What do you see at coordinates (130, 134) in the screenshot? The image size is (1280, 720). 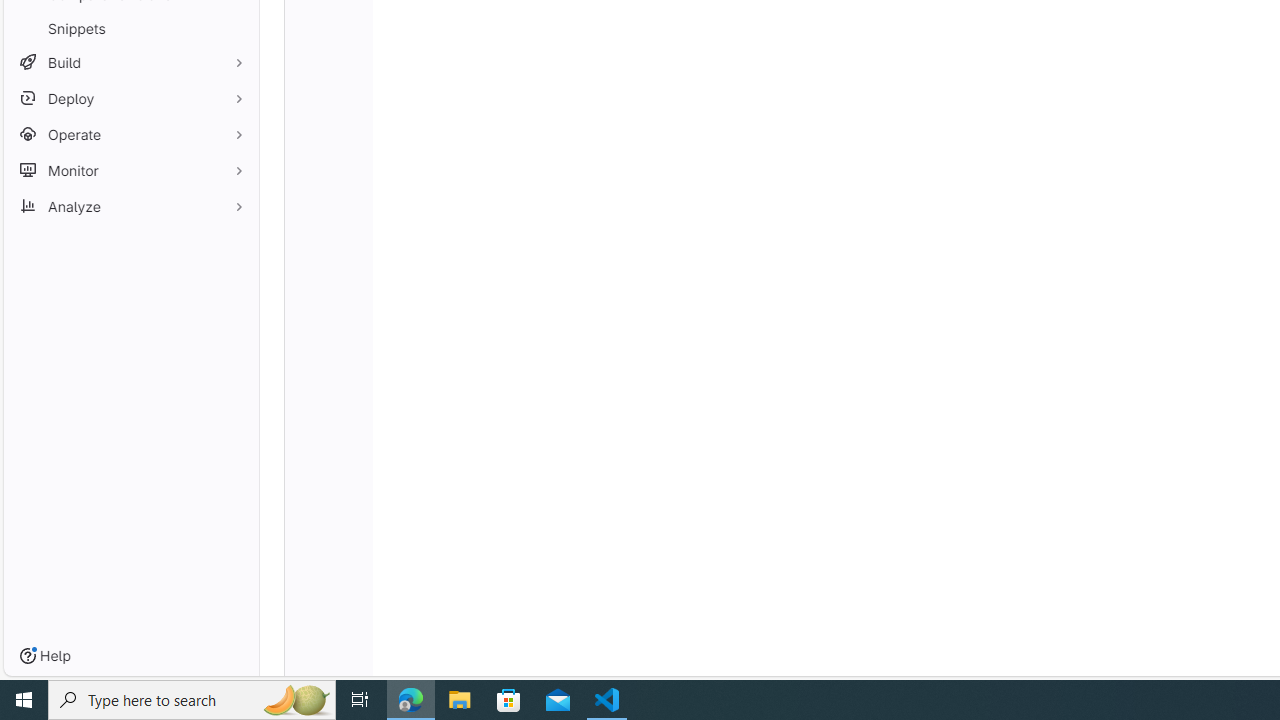 I see `'Operate'` at bounding box center [130, 134].